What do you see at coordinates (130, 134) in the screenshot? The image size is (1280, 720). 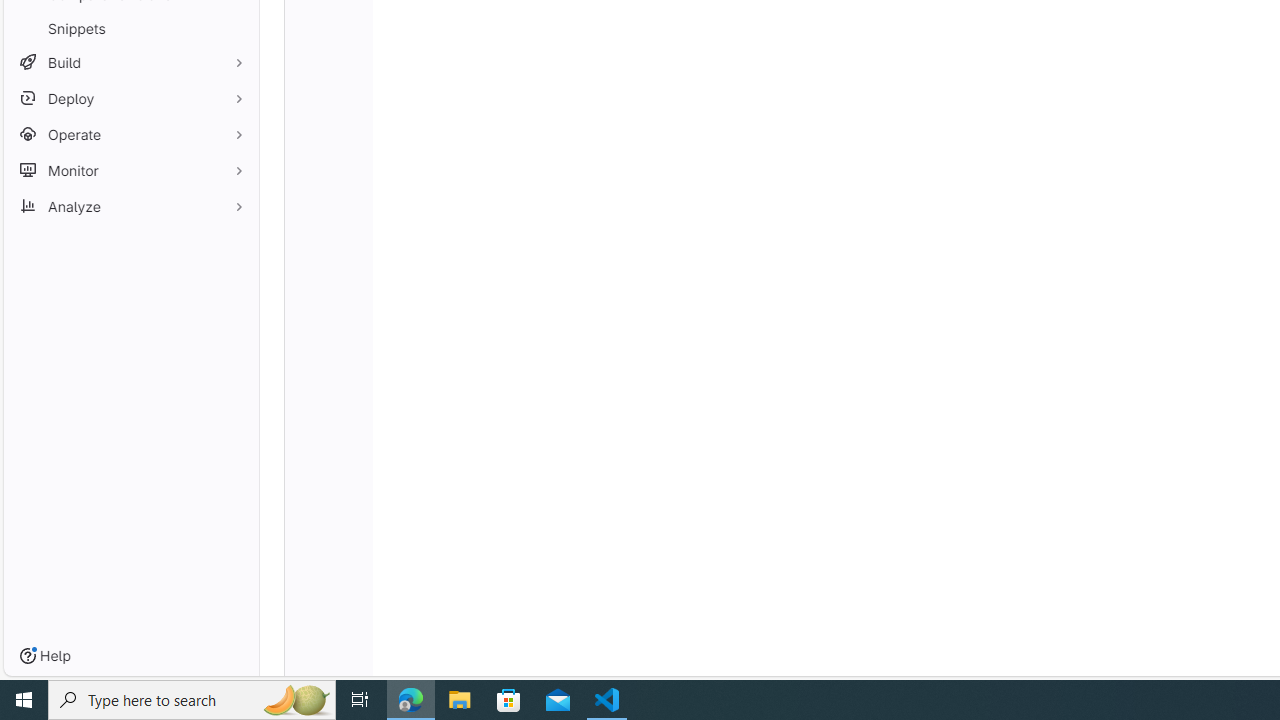 I see `'Operate'` at bounding box center [130, 134].